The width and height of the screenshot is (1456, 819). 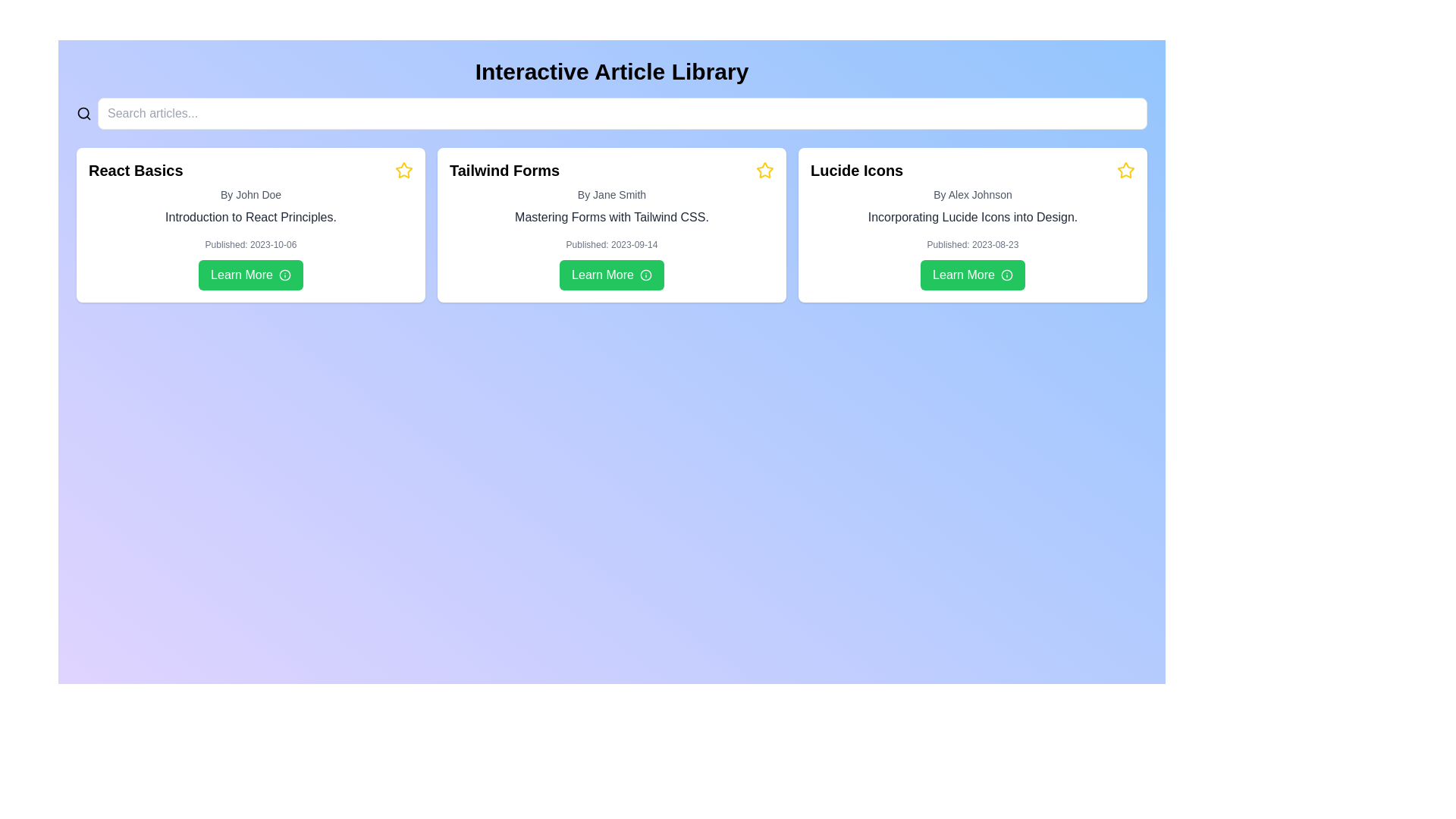 I want to click on the bold, large-sized text label displaying 'Interactive Article Library' at the top-center of the interface, so click(x=611, y=72).